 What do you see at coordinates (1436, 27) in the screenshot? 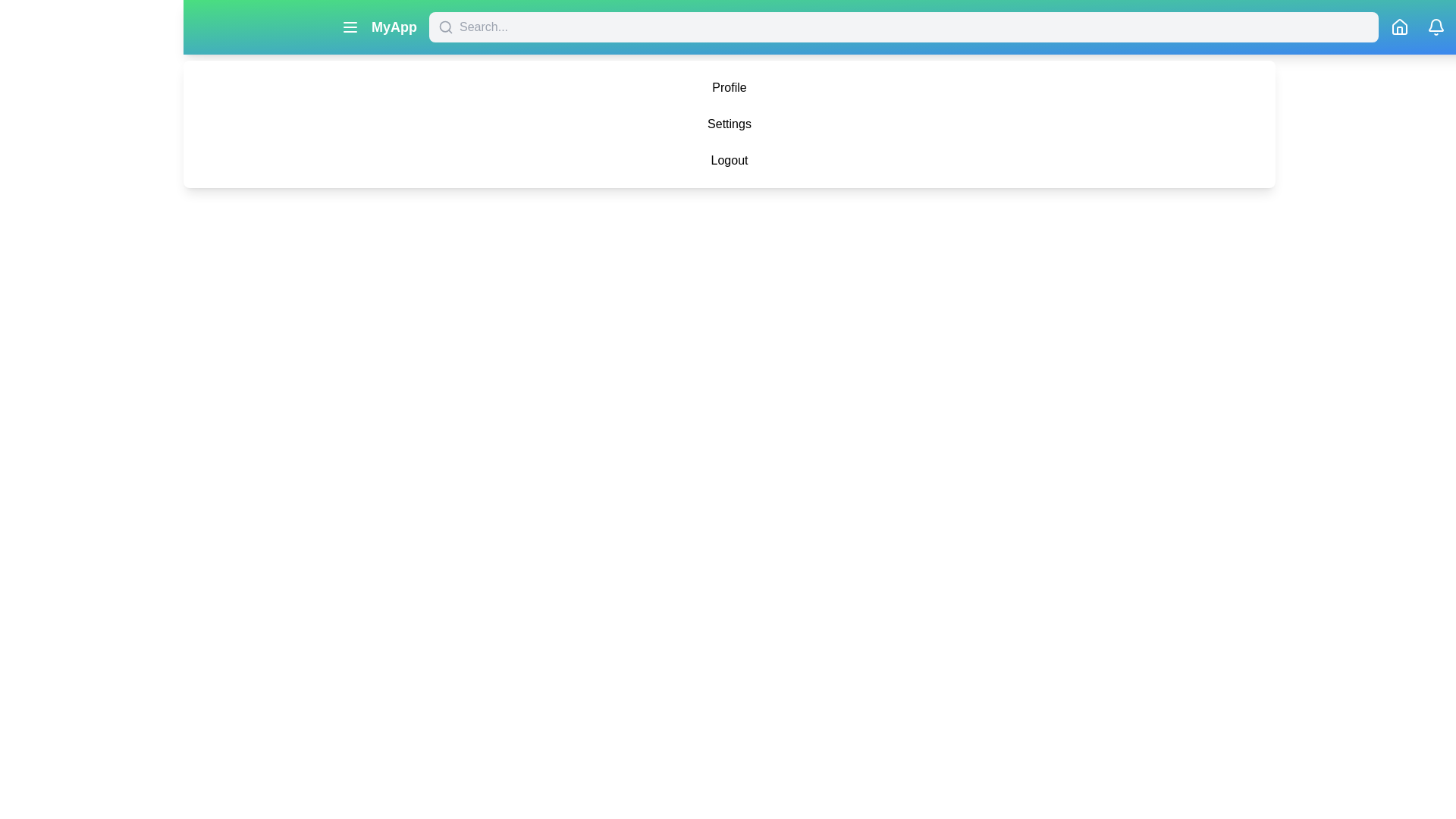
I see `the notification bell icon located at the top-right corner of the navigation header, which changes to light gray when hovered over` at bounding box center [1436, 27].